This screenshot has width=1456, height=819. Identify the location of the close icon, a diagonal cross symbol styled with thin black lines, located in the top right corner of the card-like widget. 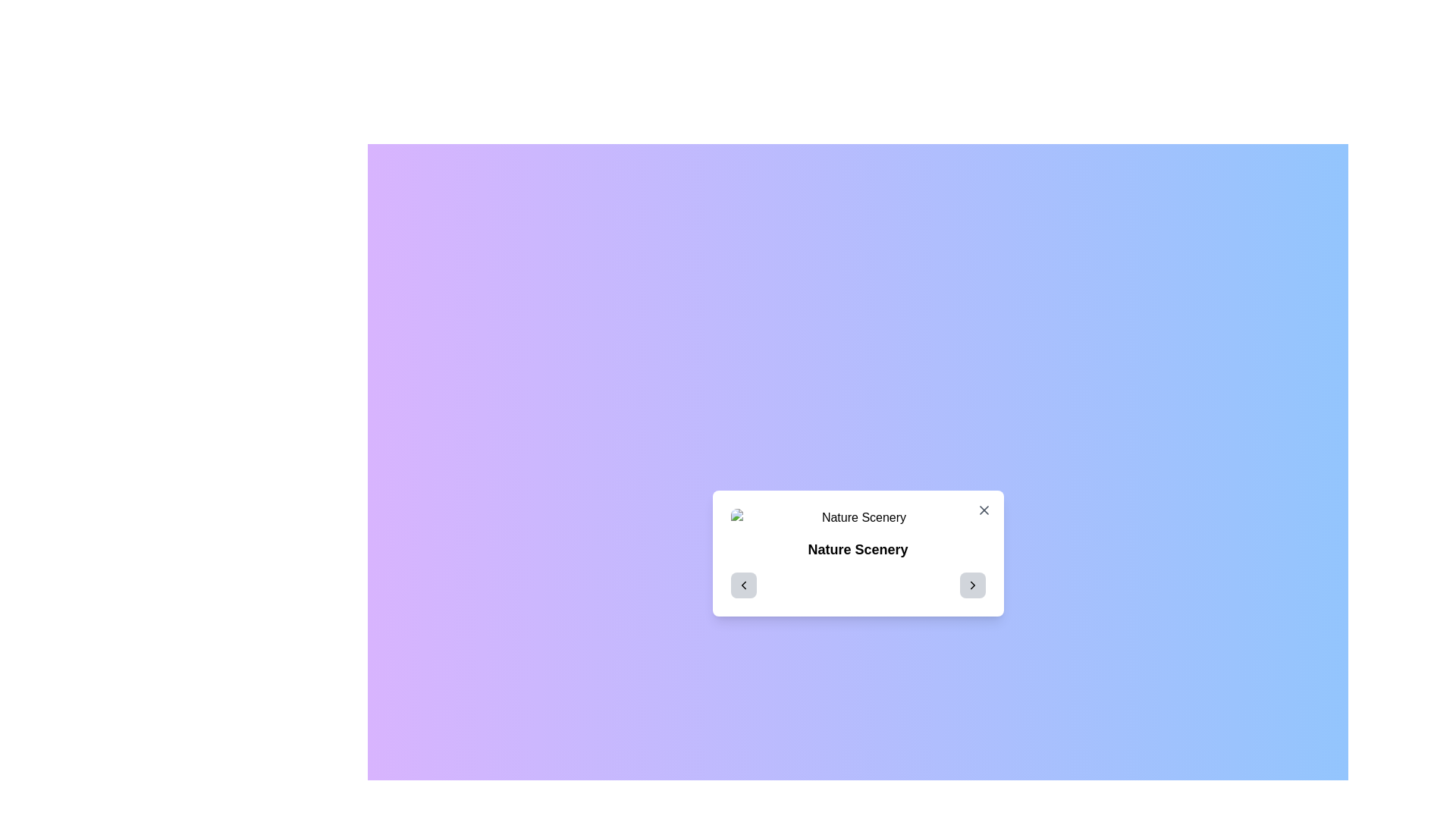
(984, 510).